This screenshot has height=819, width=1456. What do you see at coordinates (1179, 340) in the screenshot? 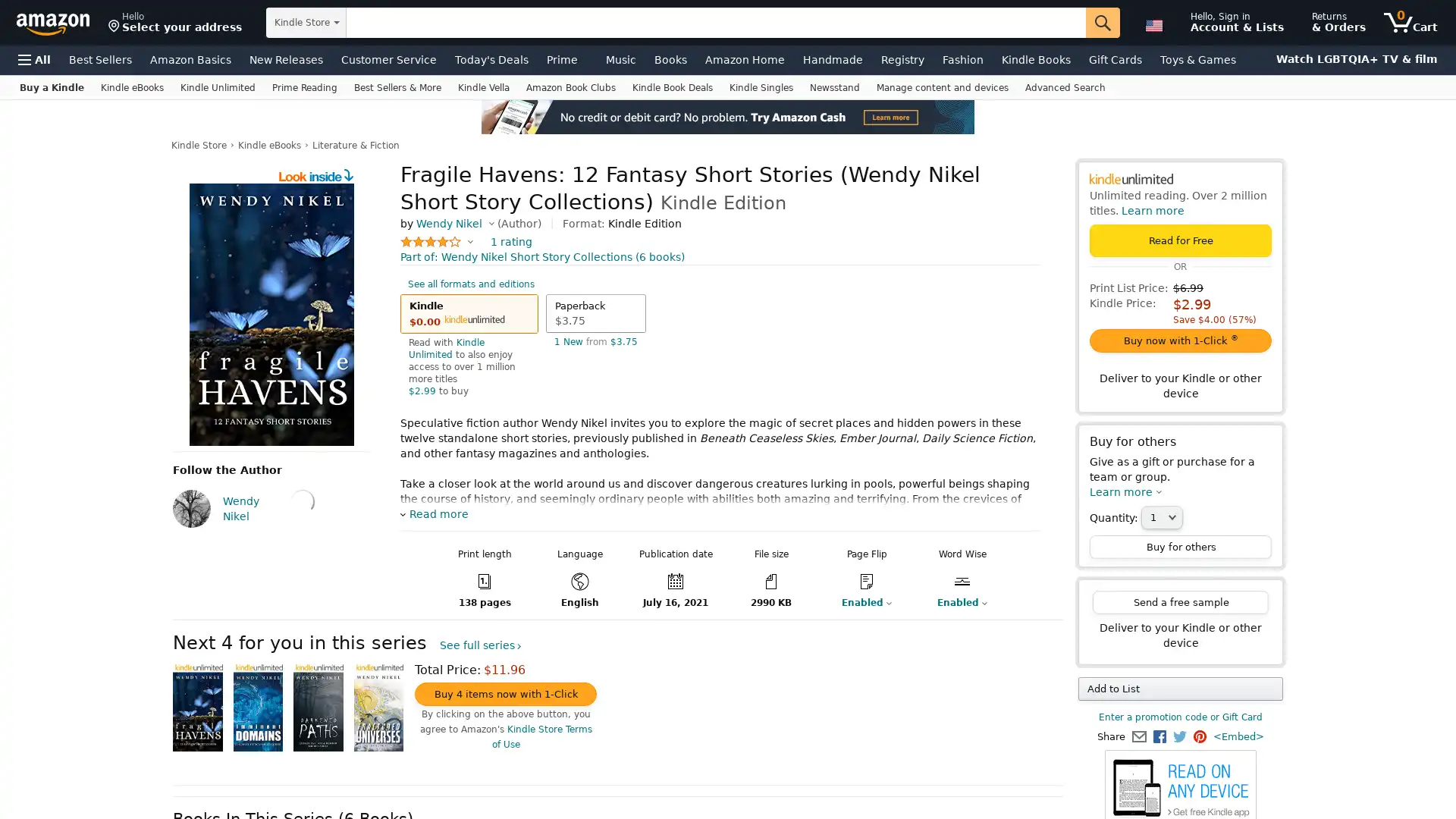
I see `Buy now with 1-Click` at bounding box center [1179, 340].